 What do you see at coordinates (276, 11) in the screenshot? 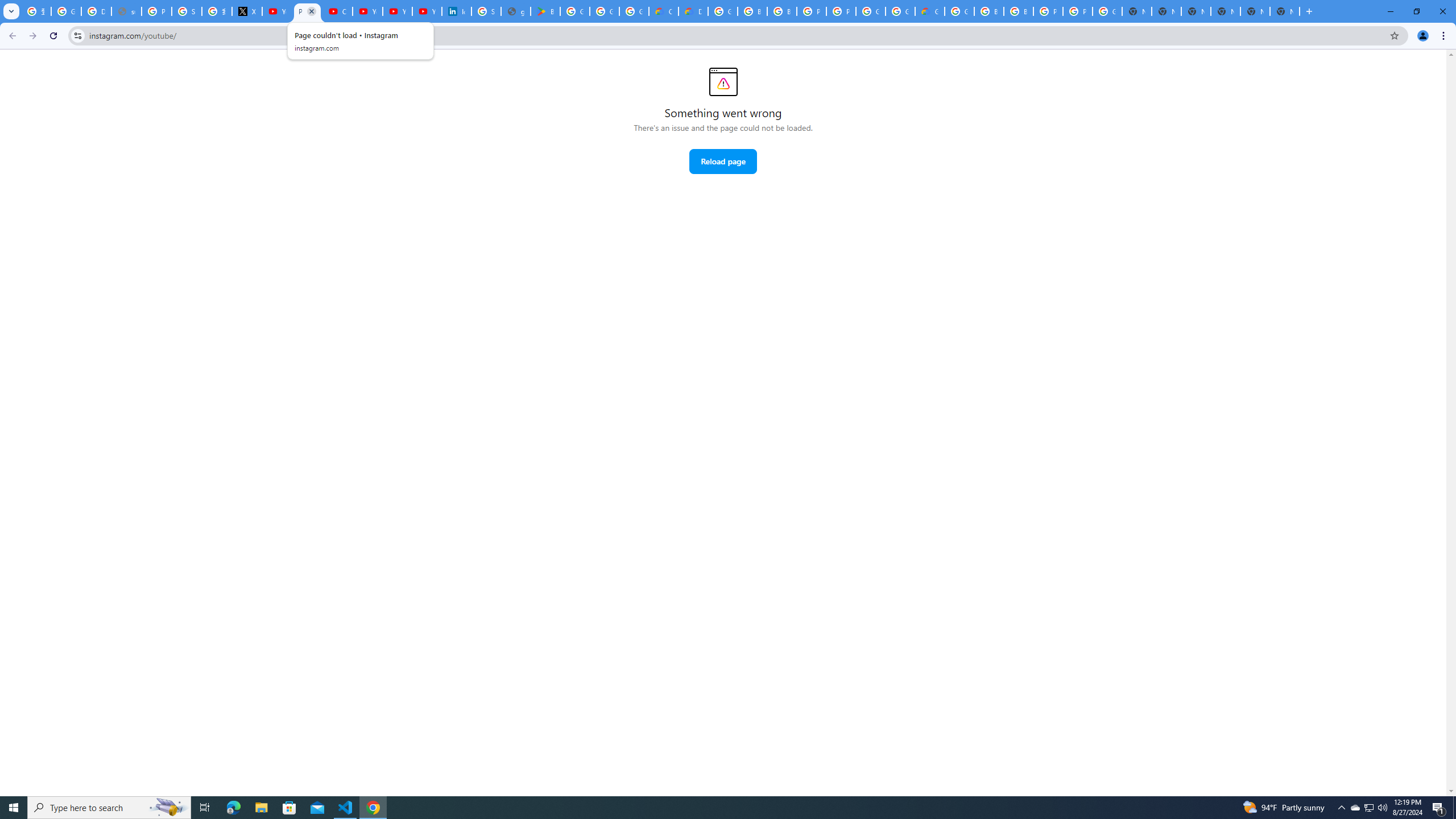
I see `'YouTube Content Monetization Policies - How YouTube Works'` at bounding box center [276, 11].